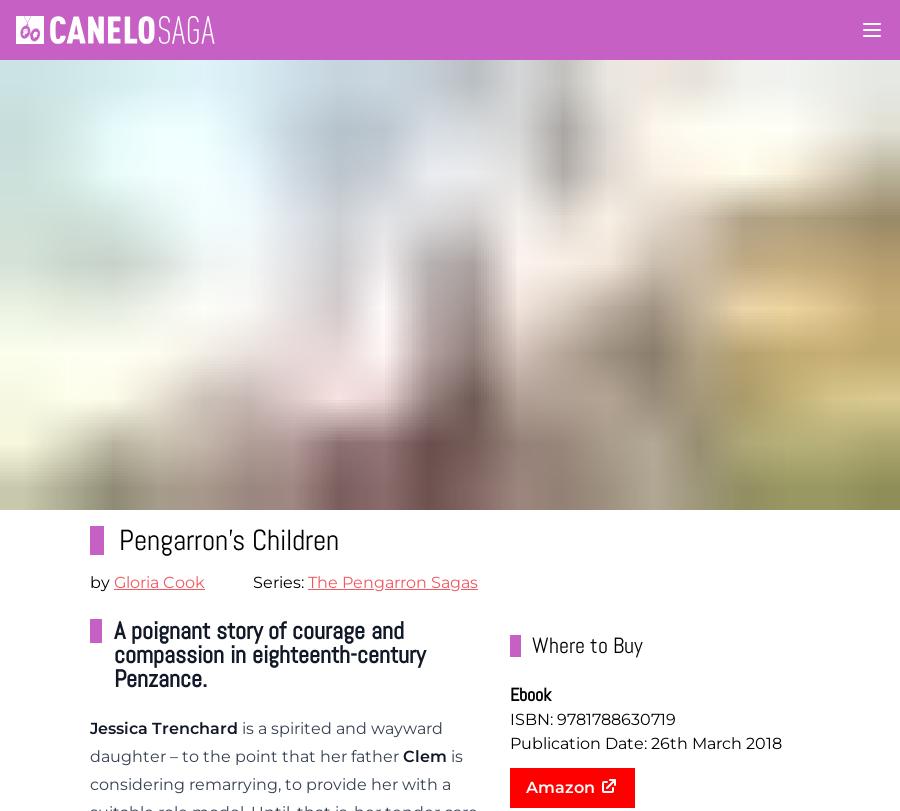  Describe the element at coordinates (100, 580) in the screenshot. I see `'by'` at that location.